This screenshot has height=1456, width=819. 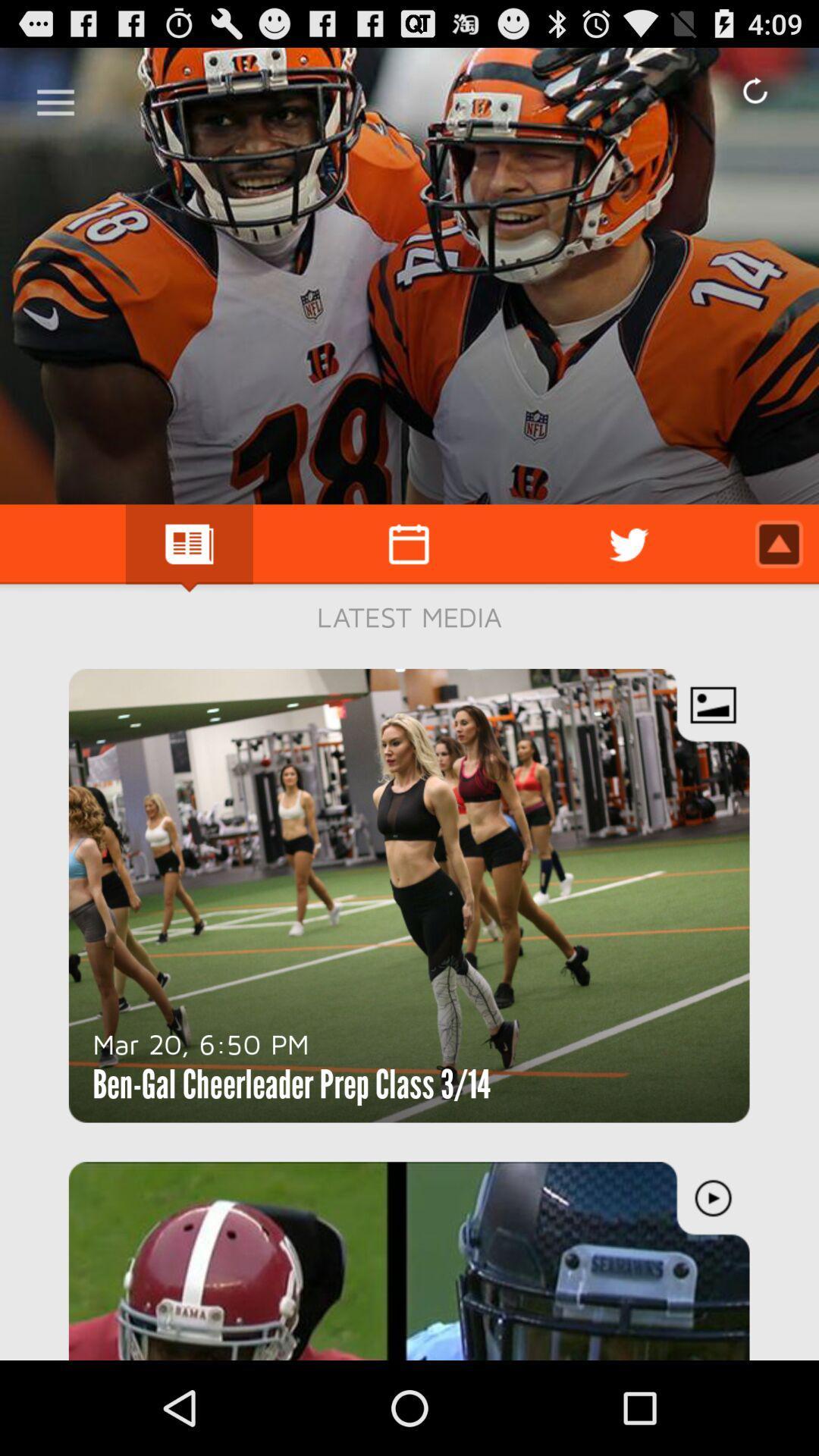 I want to click on icon below the latest media item, so click(x=200, y=1043).